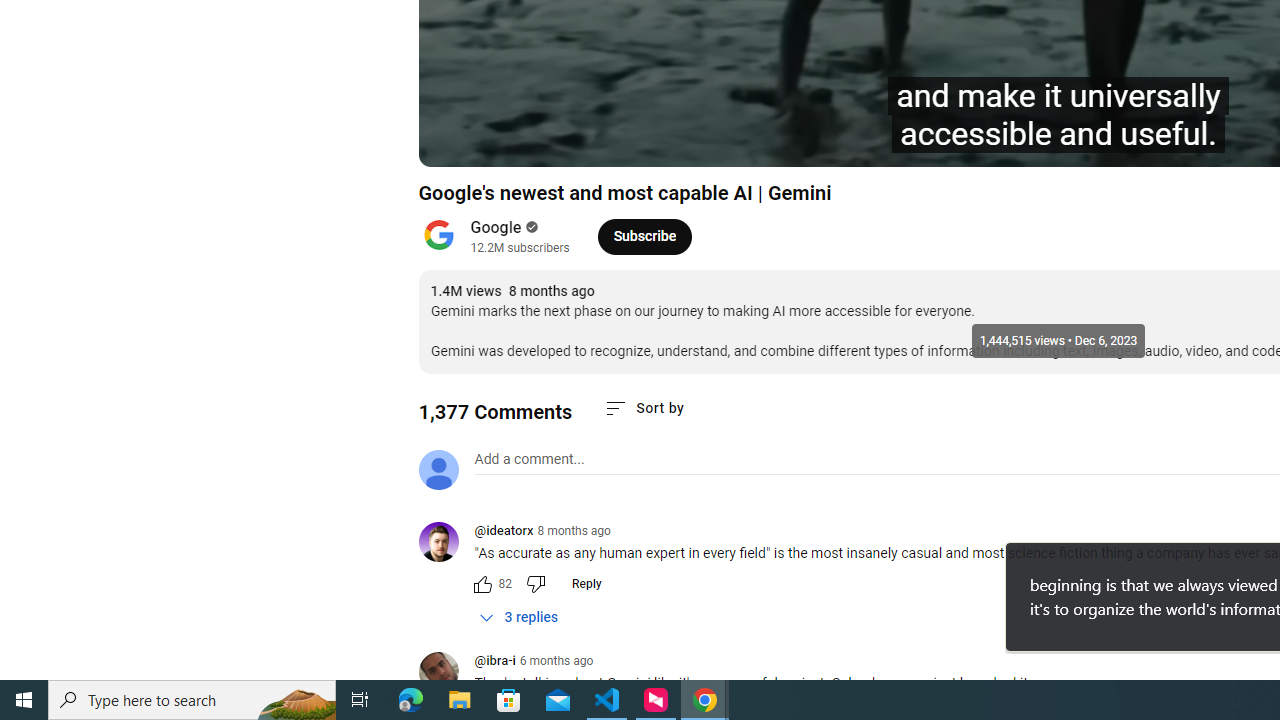 The height and width of the screenshot is (720, 1280). What do you see at coordinates (644, 407) in the screenshot?
I see `'Sort comments'` at bounding box center [644, 407].